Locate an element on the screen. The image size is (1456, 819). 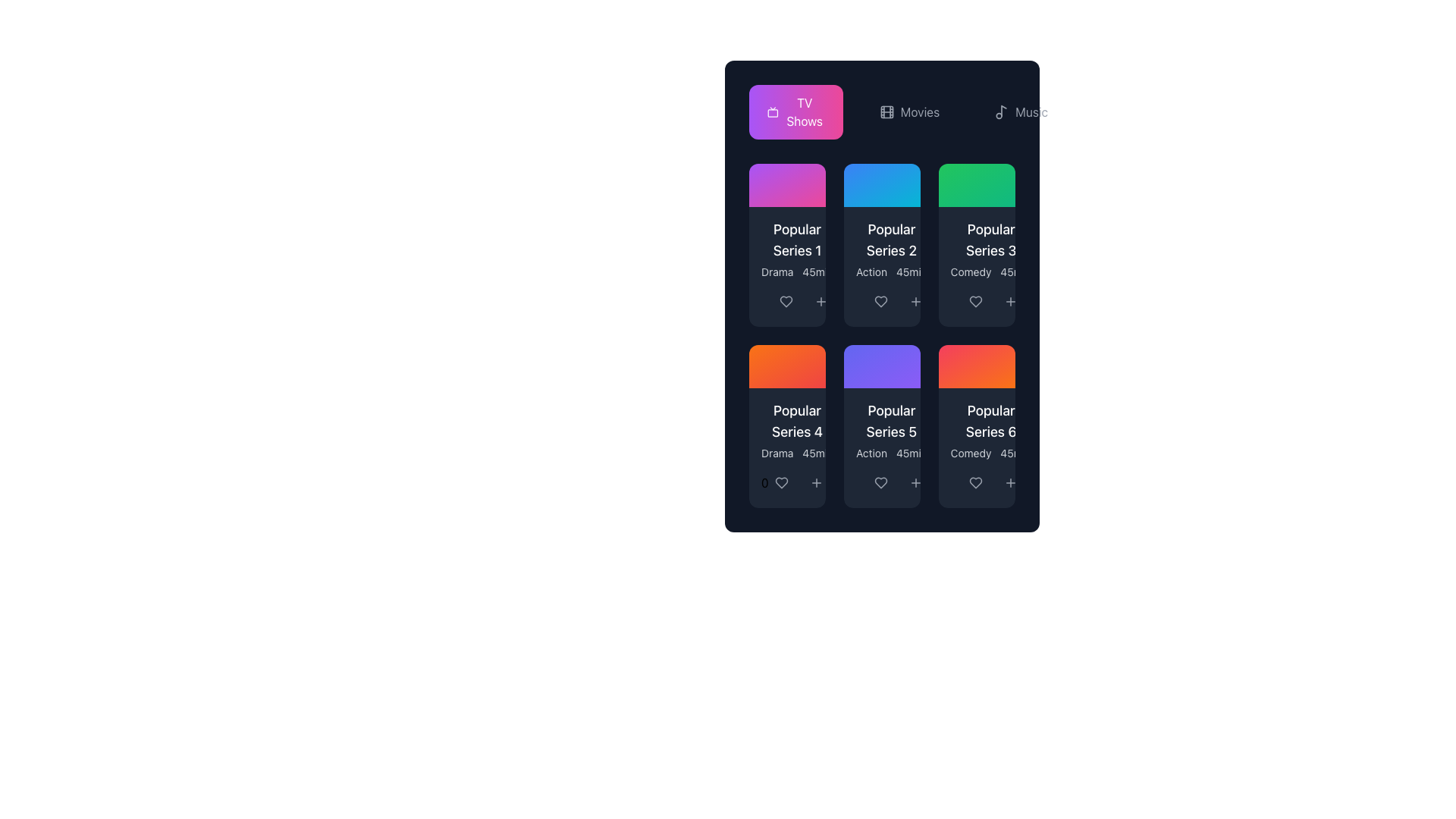
the heart icon representing the liking action for the 'Popular Series 3' item is located at coordinates (975, 301).